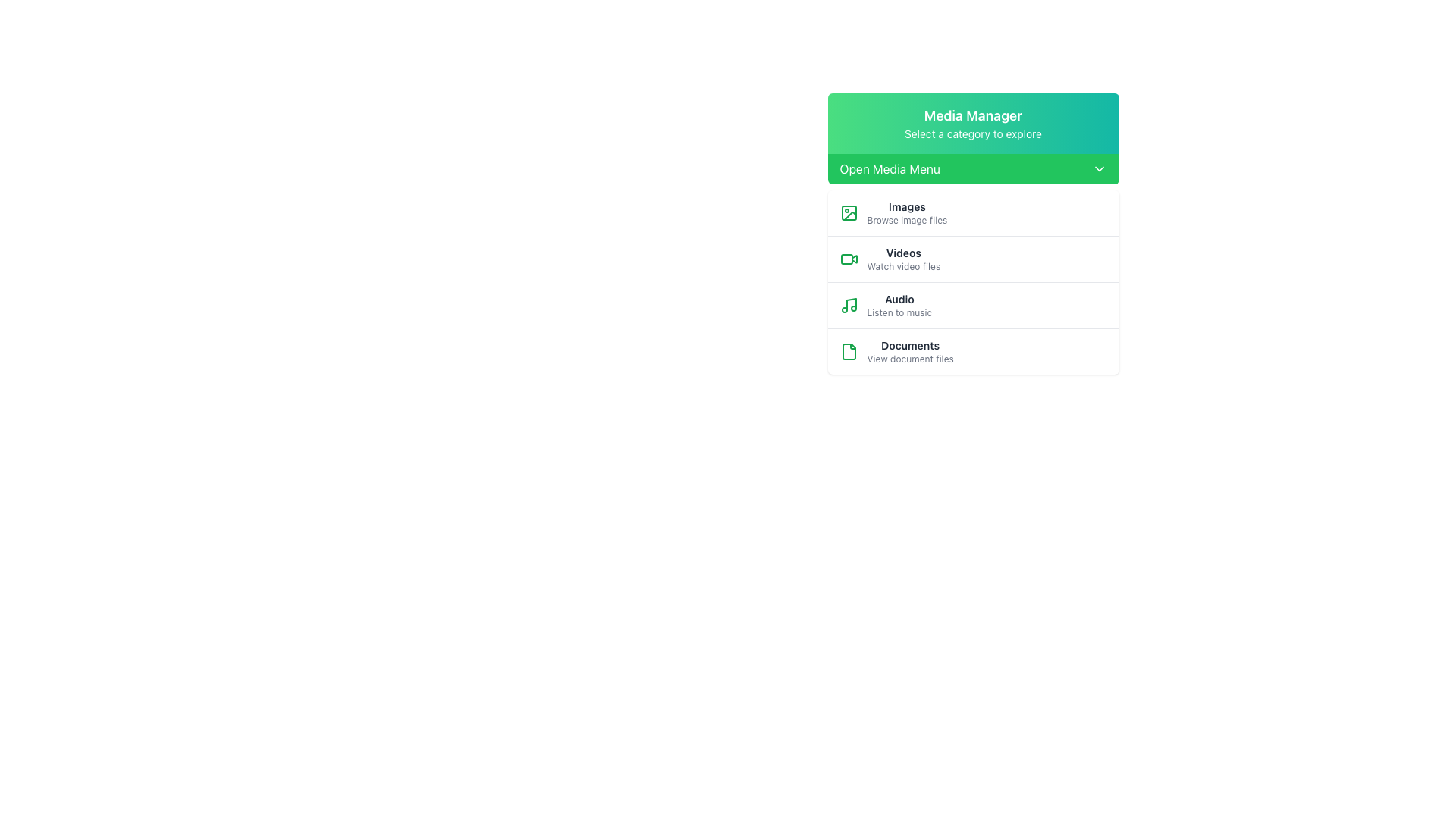 The height and width of the screenshot is (819, 1456). What do you see at coordinates (973, 282) in the screenshot?
I see `the third list item in the 'Media Manager' section` at bounding box center [973, 282].